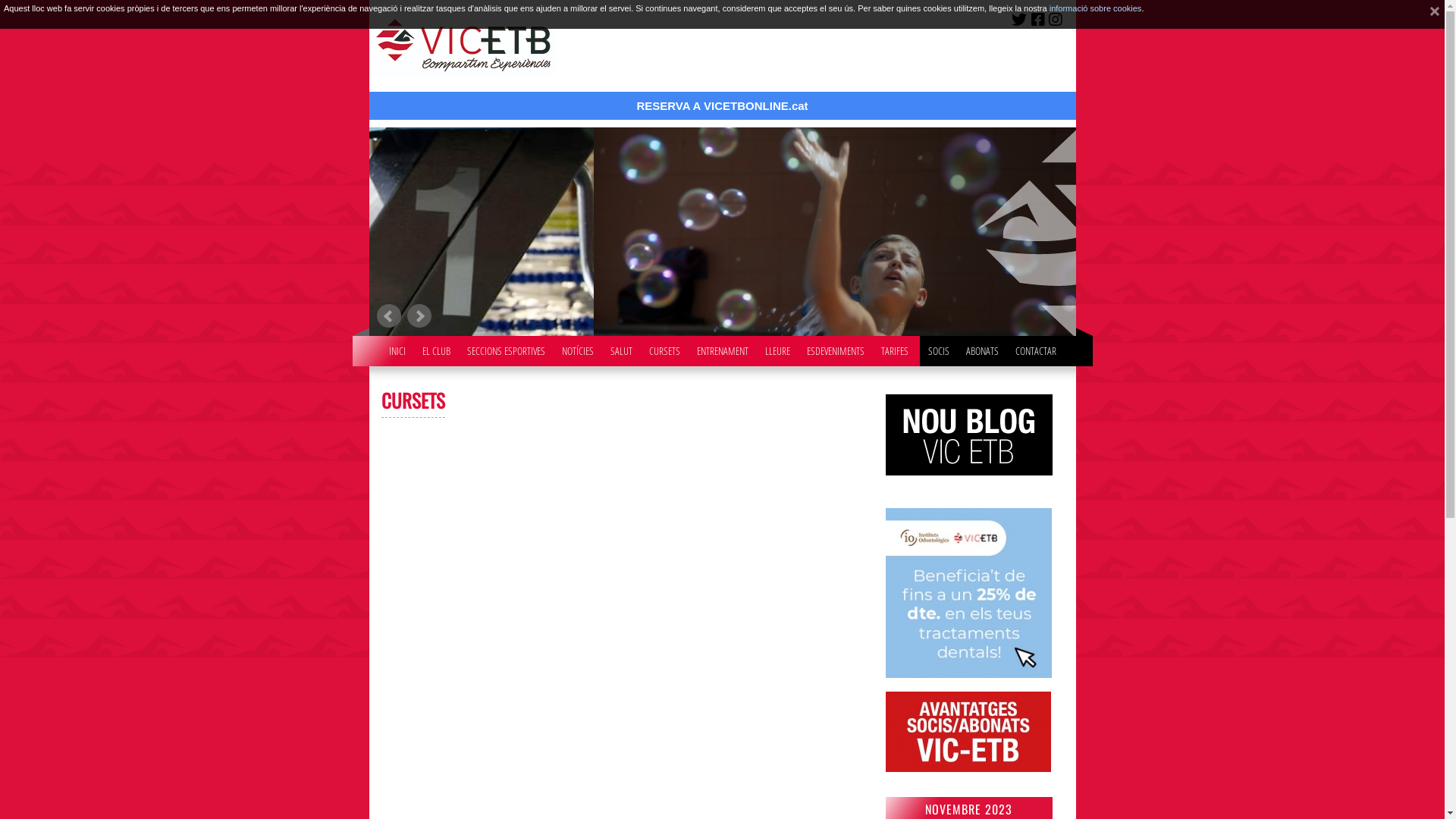 This screenshot has width=1456, height=819. I want to click on 'TARIFES', so click(895, 347).